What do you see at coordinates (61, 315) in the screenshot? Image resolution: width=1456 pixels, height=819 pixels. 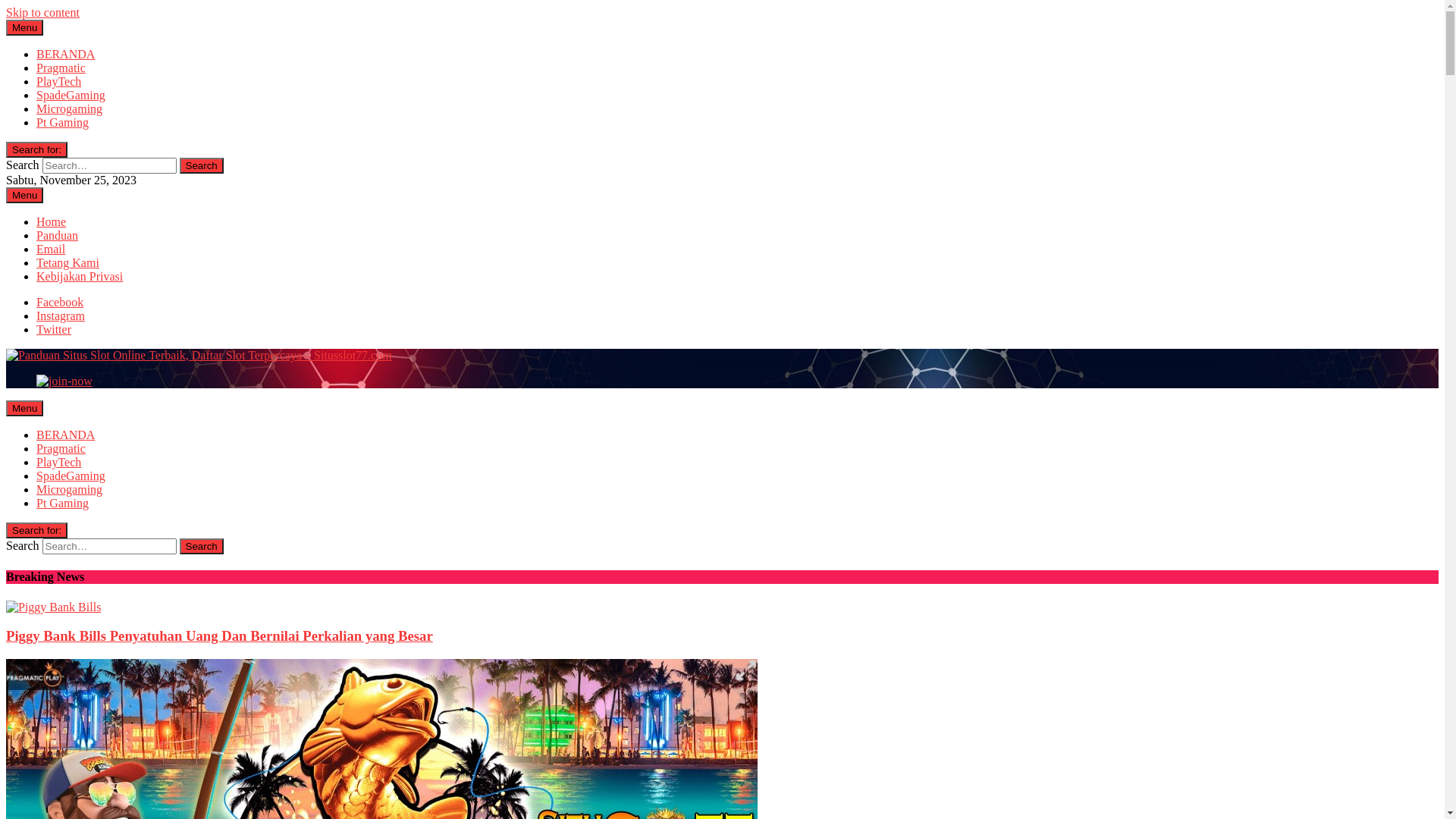 I see `'Instagram'` at bounding box center [61, 315].